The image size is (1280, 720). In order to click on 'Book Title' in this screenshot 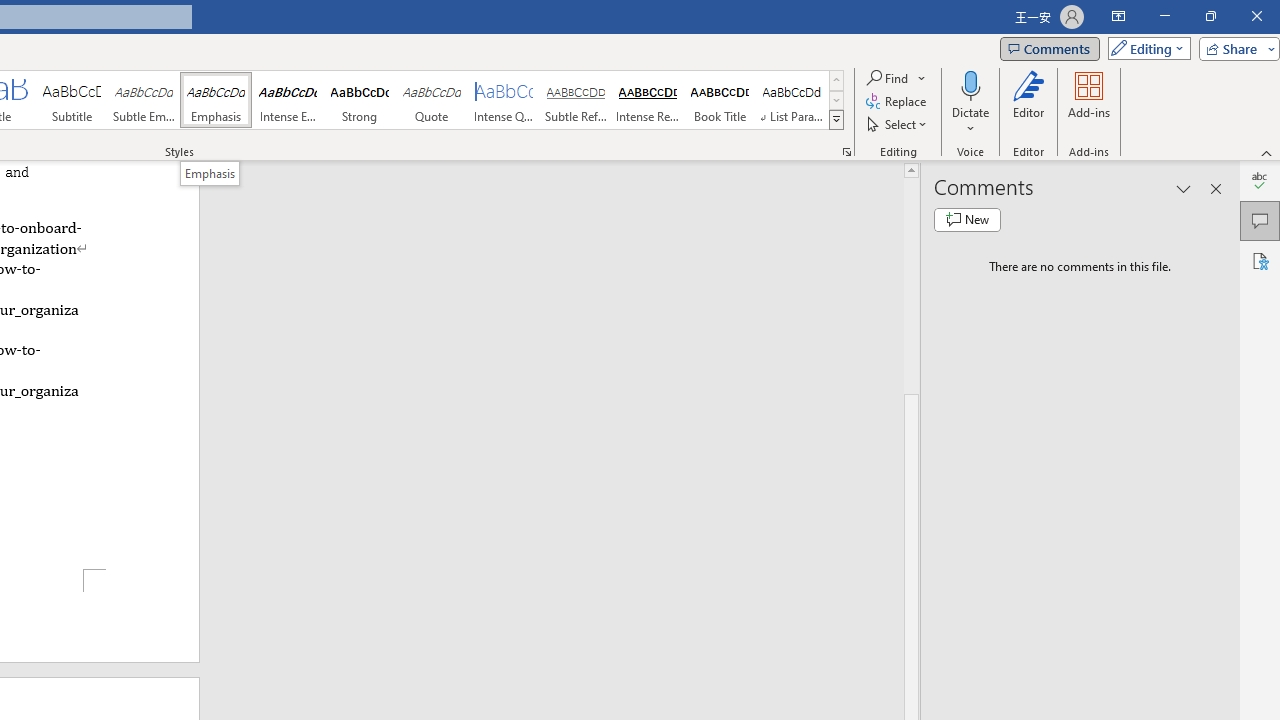, I will do `click(720, 100)`.